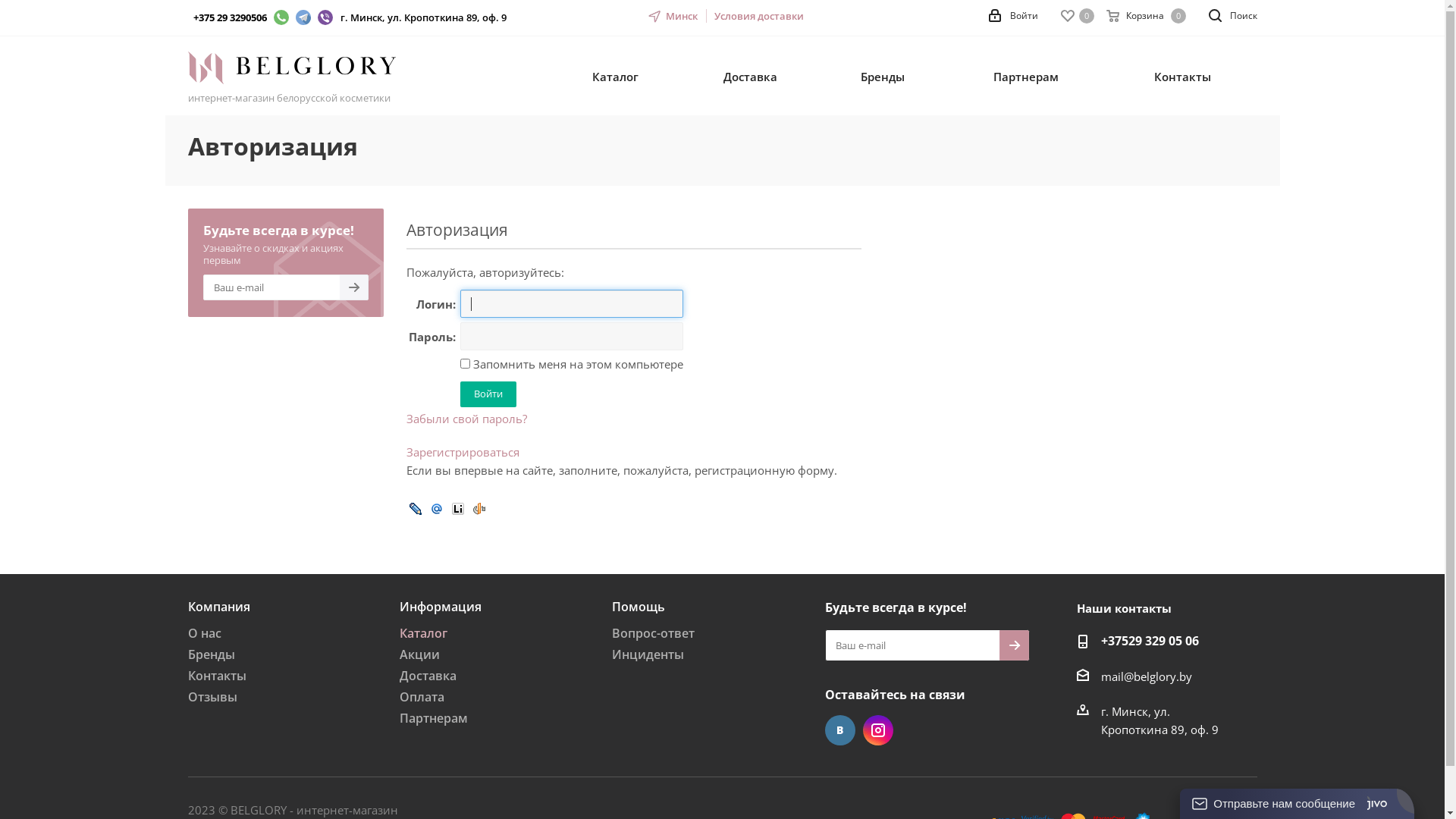  What do you see at coordinates (877, 730) in the screenshot?
I see `'Instagram'` at bounding box center [877, 730].